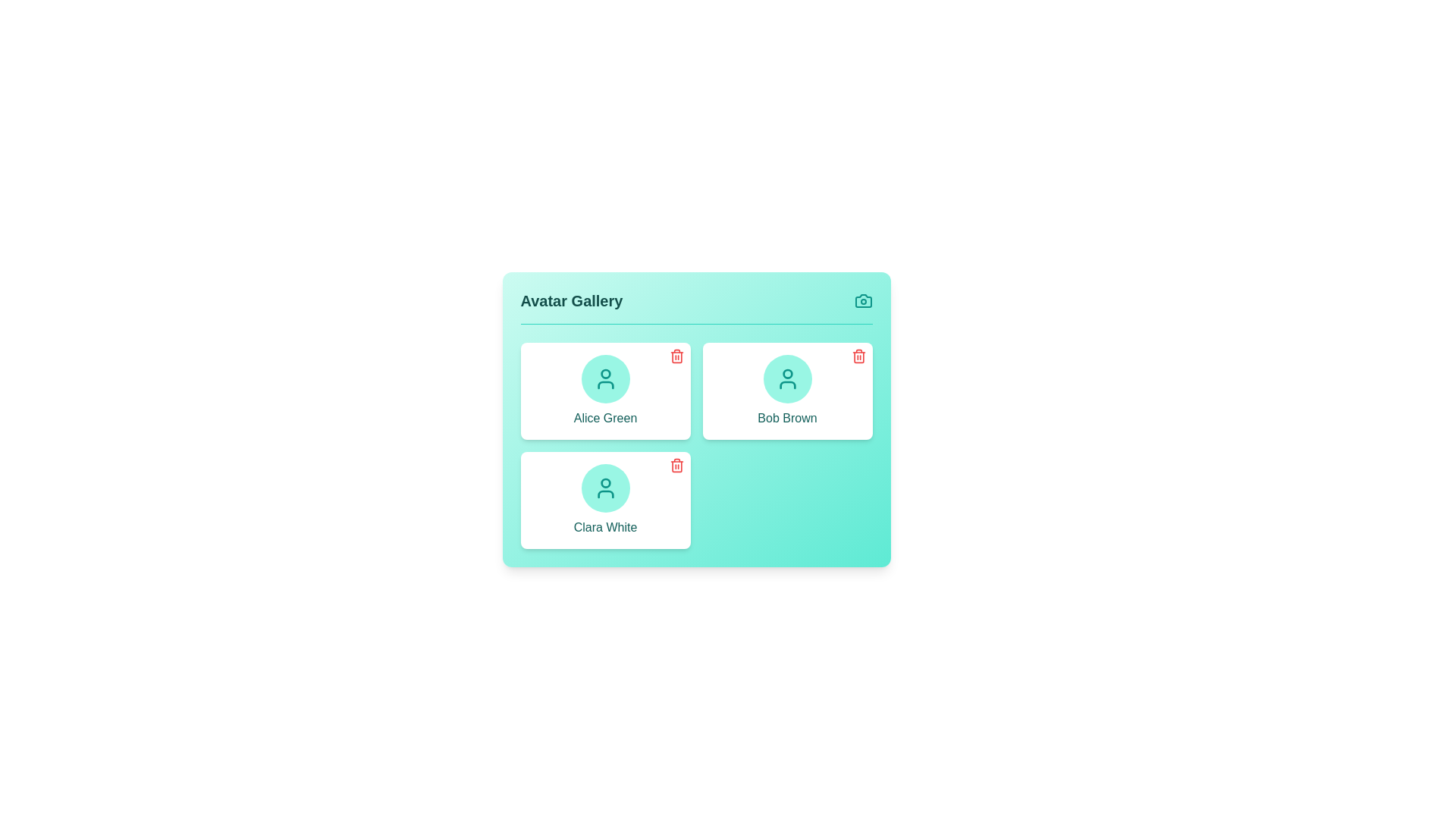 Image resolution: width=1456 pixels, height=819 pixels. I want to click on the delete button located at the upper-right corner of the 'Alice Green' card to change its appearance, so click(676, 356).